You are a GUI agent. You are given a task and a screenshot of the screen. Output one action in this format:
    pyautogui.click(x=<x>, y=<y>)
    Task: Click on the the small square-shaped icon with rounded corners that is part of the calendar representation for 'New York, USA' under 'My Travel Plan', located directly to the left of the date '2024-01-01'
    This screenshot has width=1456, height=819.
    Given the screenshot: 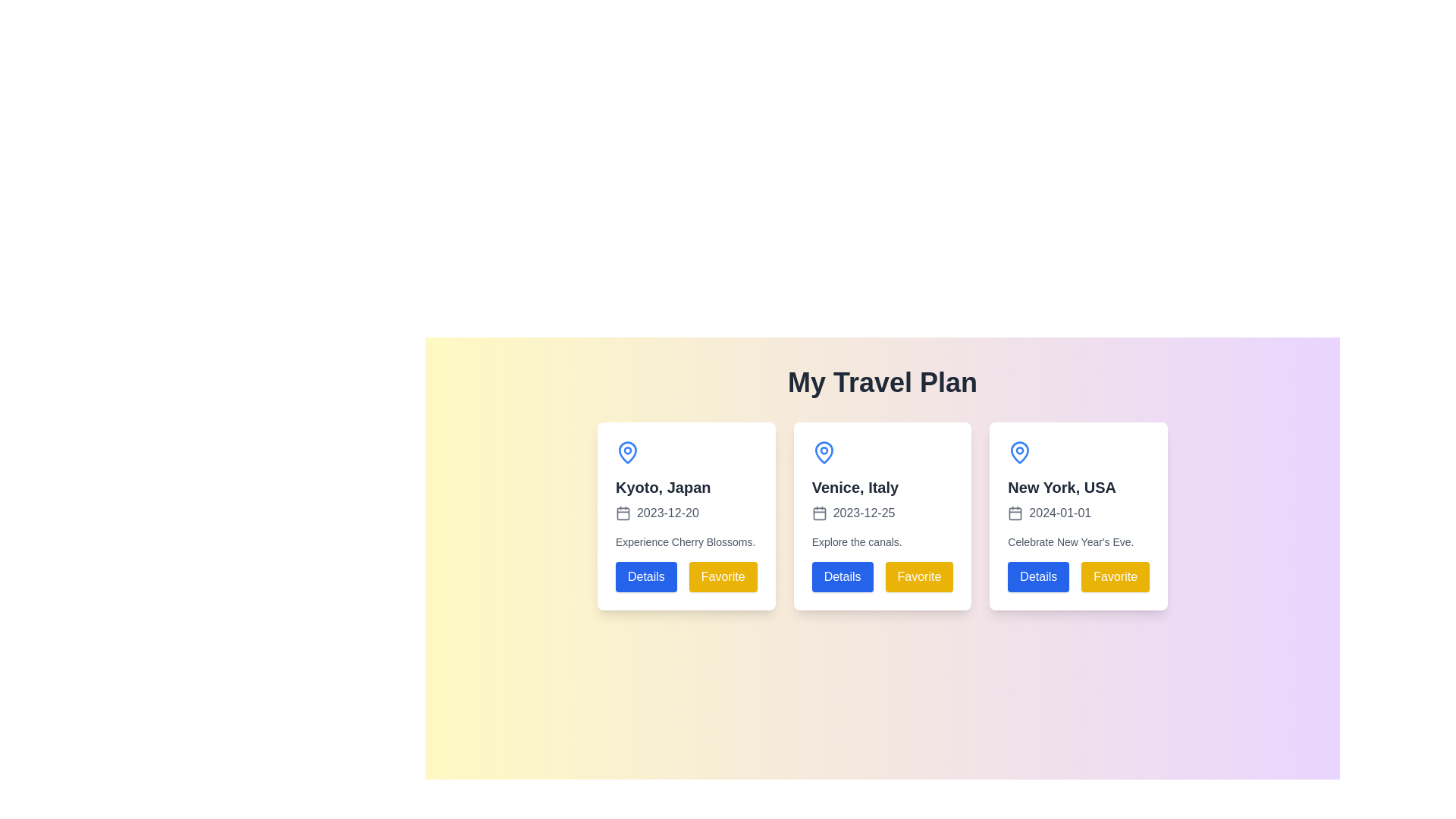 What is the action you would take?
    pyautogui.click(x=1015, y=513)
    